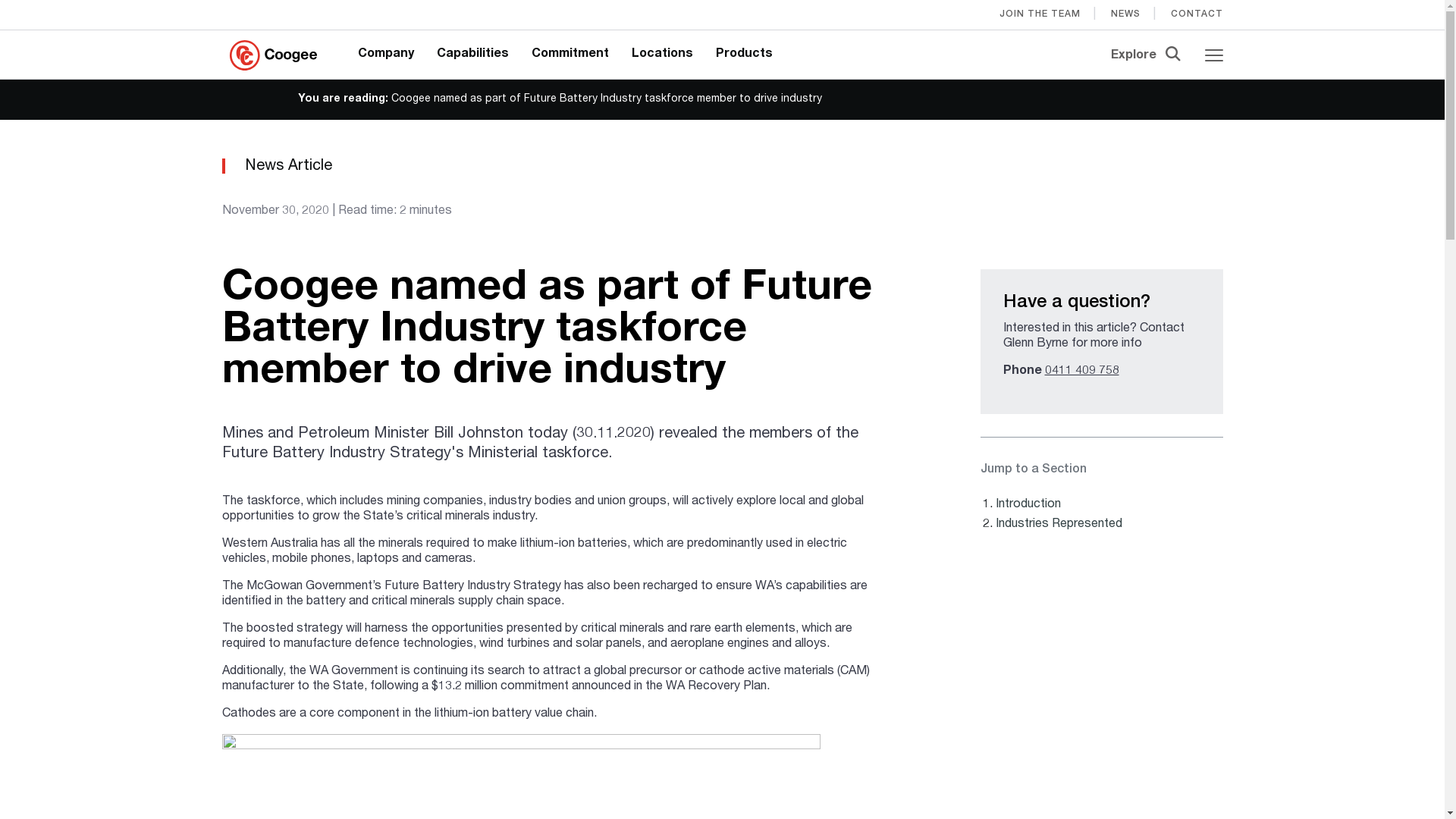 The width and height of the screenshot is (1456, 819). What do you see at coordinates (1147, 54) in the screenshot?
I see `'Explore'` at bounding box center [1147, 54].